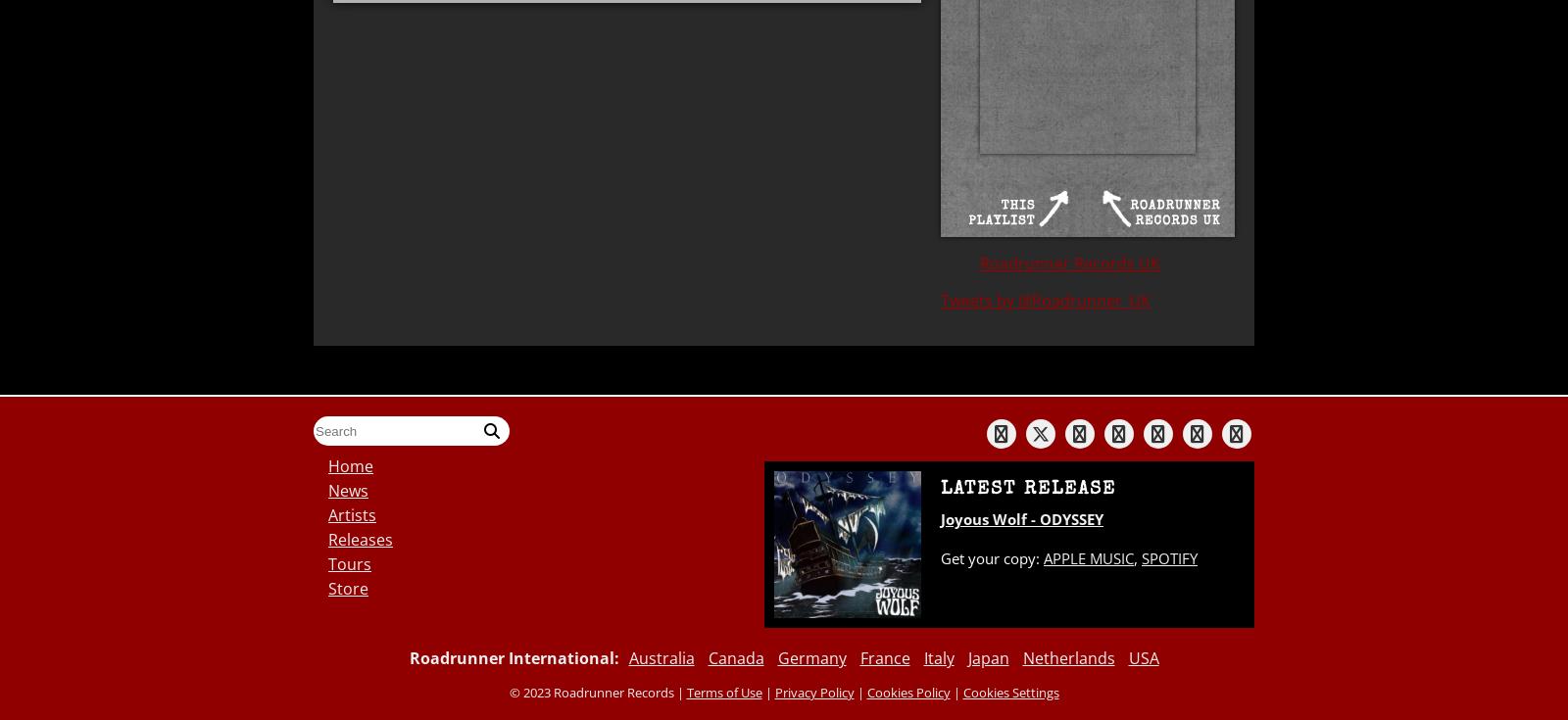 Image resolution: width=1568 pixels, height=720 pixels. What do you see at coordinates (349, 563) in the screenshot?
I see `'Tours'` at bounding box center [349, 563].